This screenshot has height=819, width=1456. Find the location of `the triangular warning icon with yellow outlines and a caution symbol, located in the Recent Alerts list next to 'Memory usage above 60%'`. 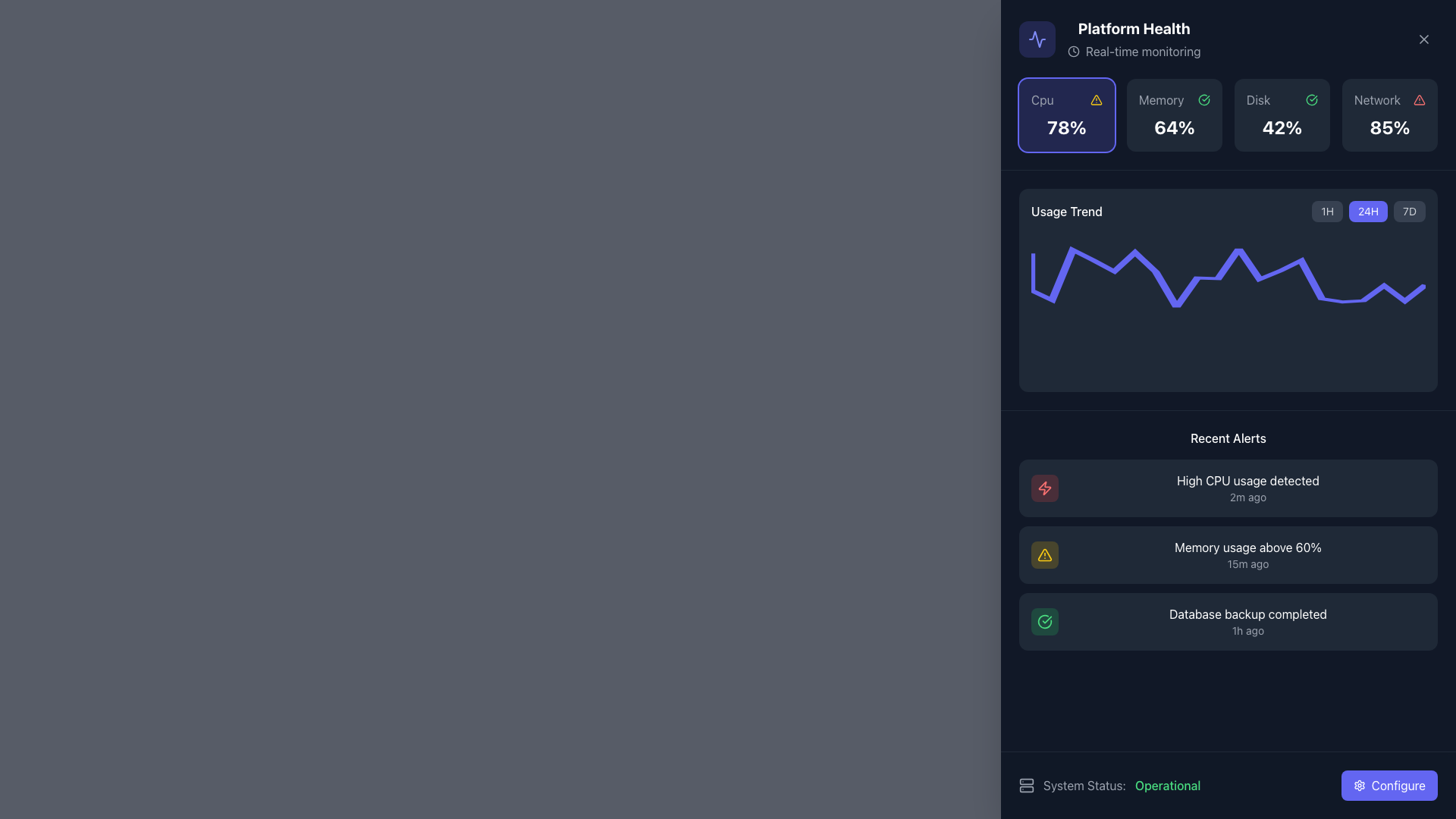

the triangular warning icon with yellow outlines and a caution symbol, located in the Recent Alerts list next to 'Memory usage above 60%' is located at coordinates (1043, 555).